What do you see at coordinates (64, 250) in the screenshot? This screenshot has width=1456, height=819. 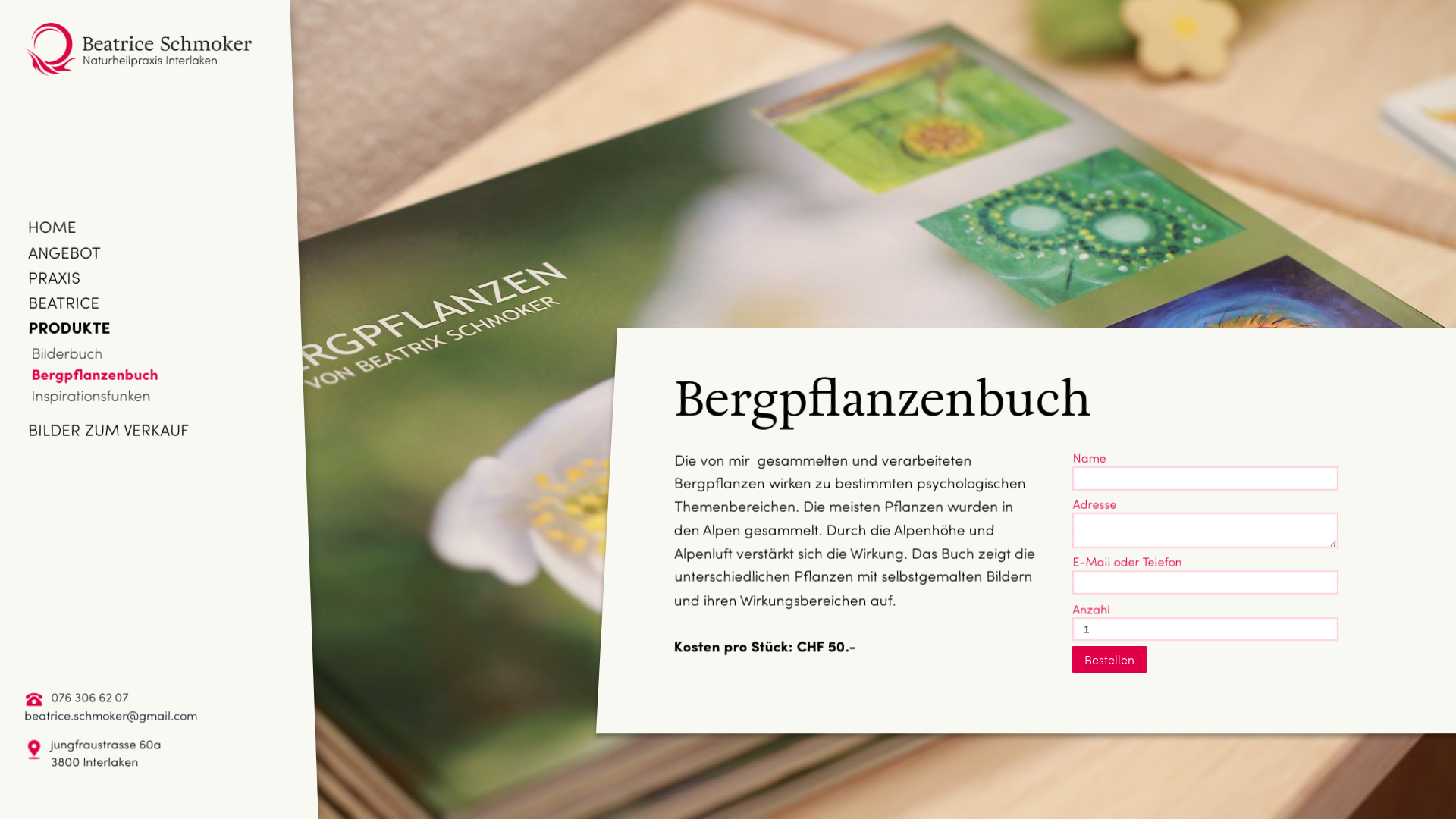 I see `'ANGEBOT'` at bounding box center [64, 250].